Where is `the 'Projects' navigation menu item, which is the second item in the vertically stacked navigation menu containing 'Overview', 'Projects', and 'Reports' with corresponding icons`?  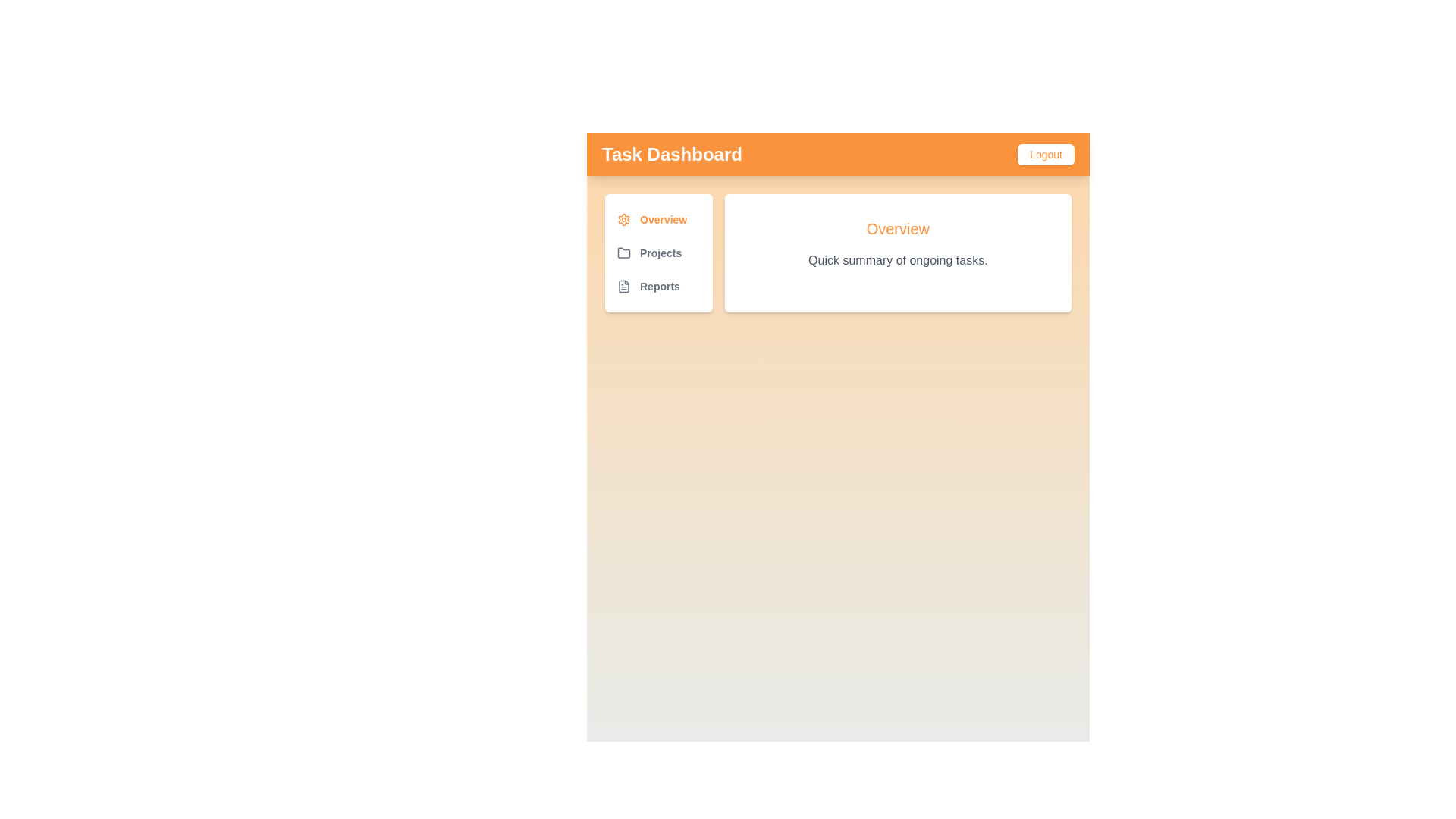 the 'Projects' navigation menu item, which is the second item in the vertically stacked navigation menu containing 'Overview', 'Projects', and 'Reports' with corresponding icons is located at coordinates (658, 253).